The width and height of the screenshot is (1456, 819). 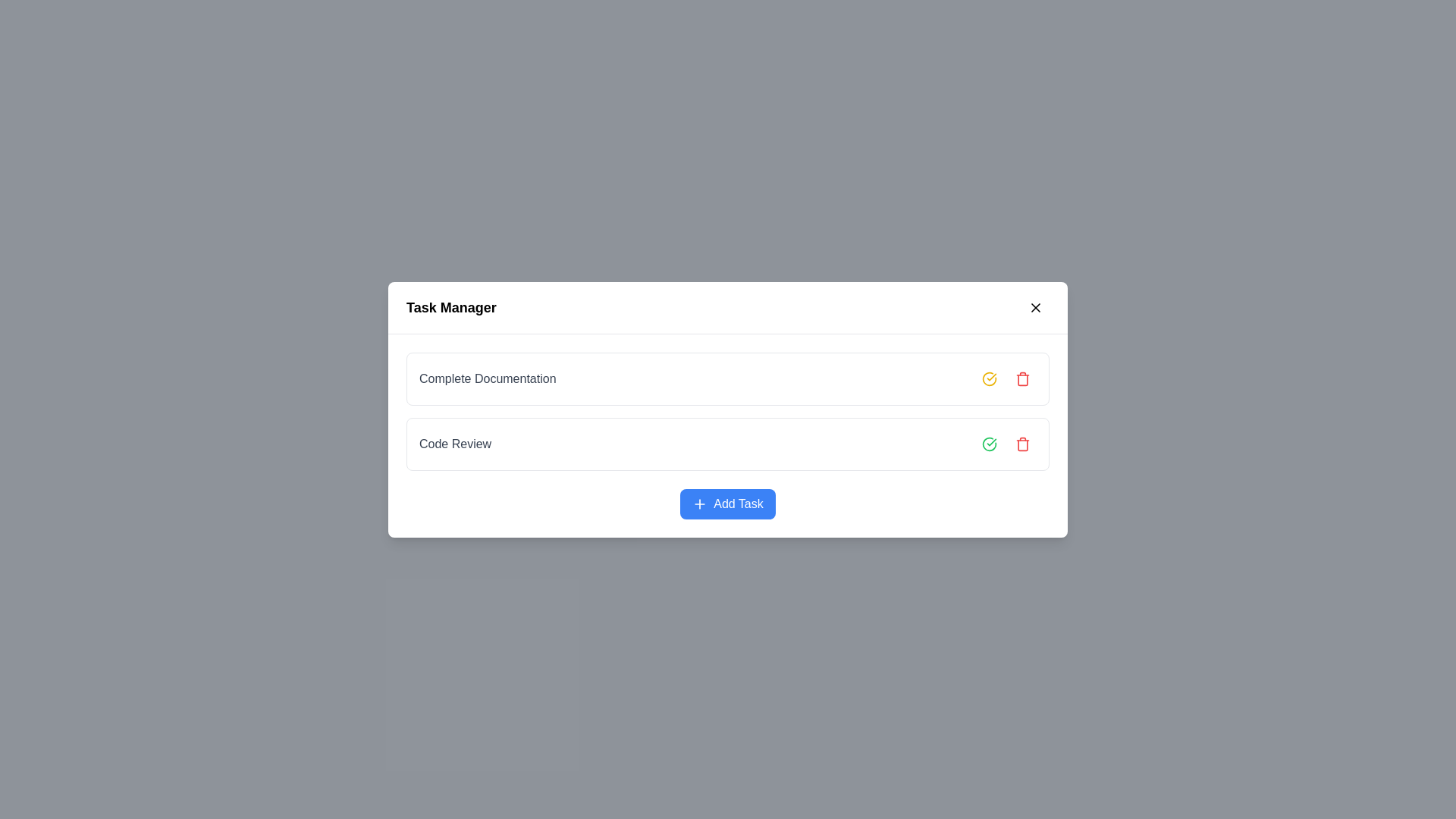 What do you see at coordinates (739, 503) in the screenshot?
I see `the text label of the interactive button located in the lower central portion of the modal window` at bounding box center [739, 503].